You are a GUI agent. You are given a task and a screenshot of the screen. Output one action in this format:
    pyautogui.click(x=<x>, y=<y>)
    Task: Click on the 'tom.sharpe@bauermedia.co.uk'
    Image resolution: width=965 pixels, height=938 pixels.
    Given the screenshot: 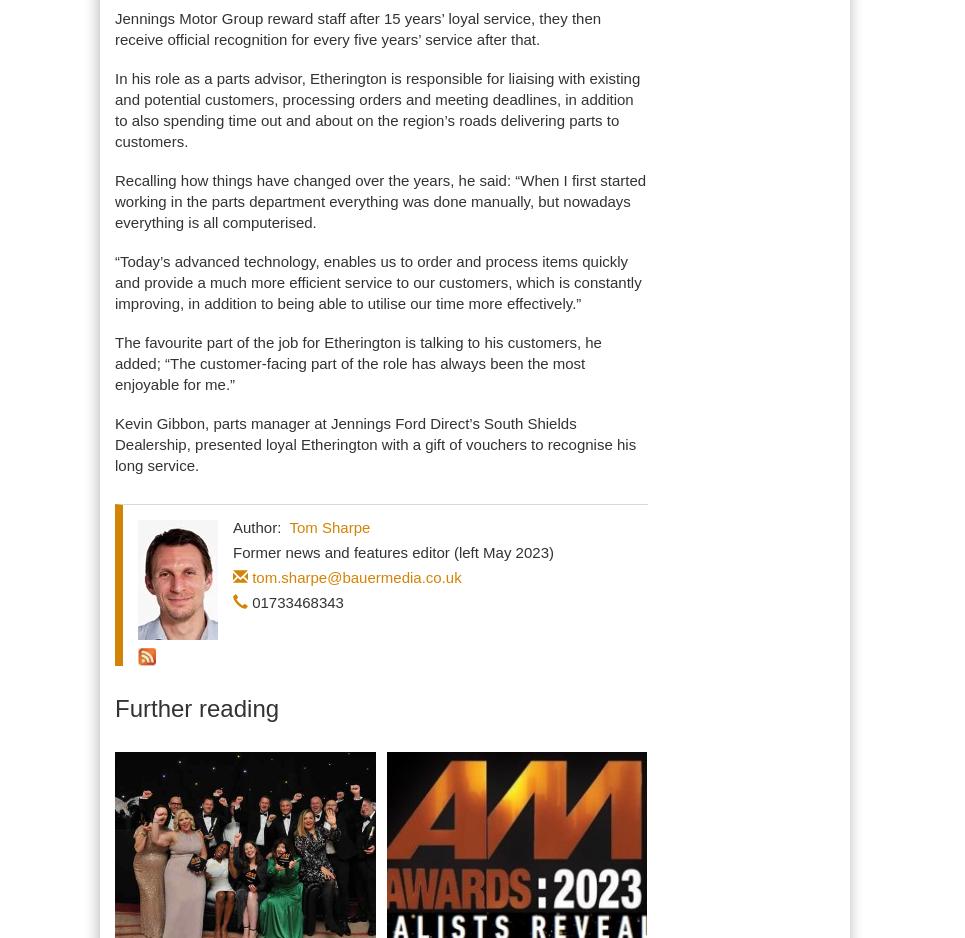 What is the action you would take?
    pyautogui.click(x=356, y=576)
    